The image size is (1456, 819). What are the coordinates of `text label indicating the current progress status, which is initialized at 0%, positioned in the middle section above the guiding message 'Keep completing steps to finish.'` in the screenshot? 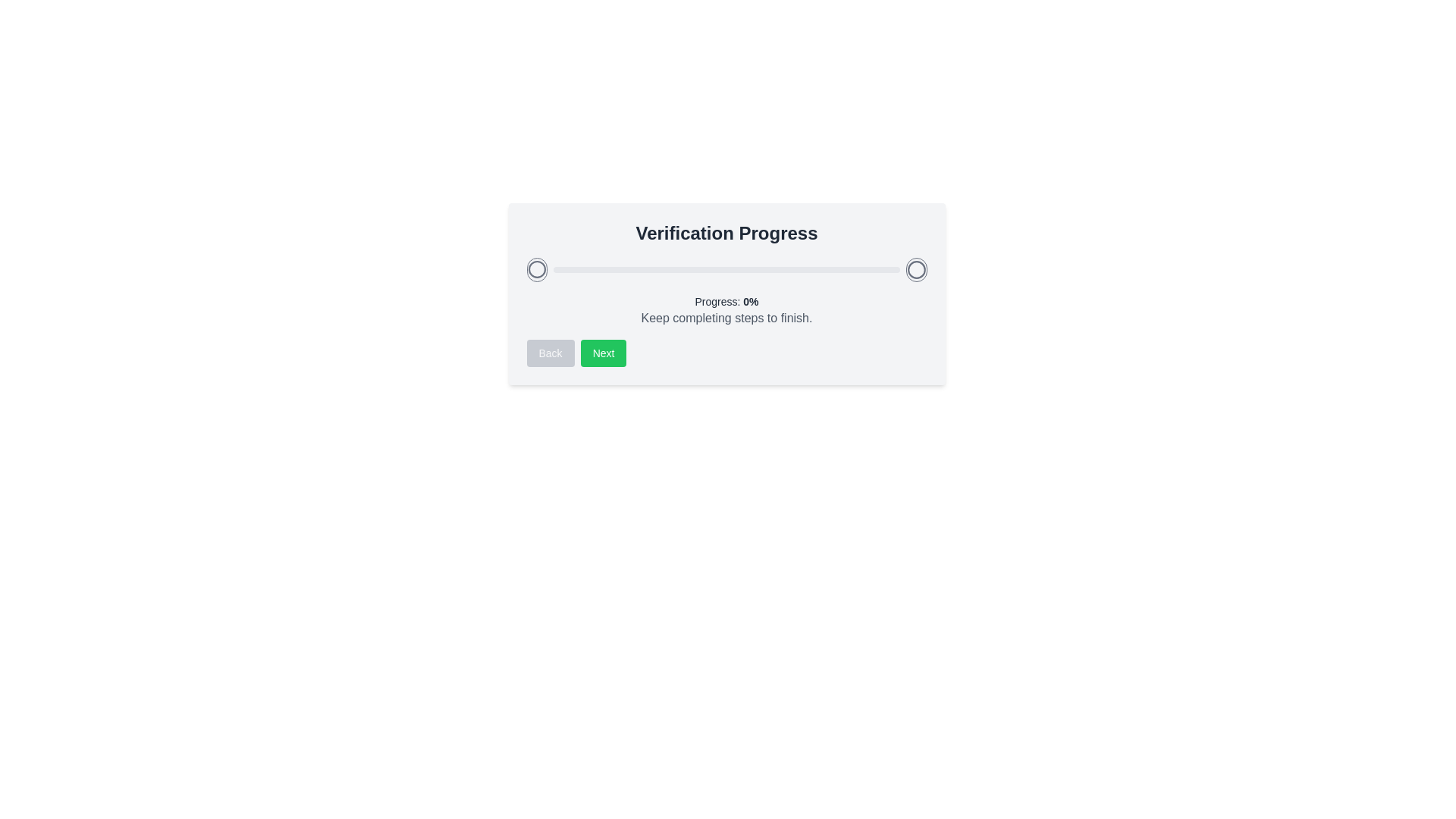 It's located at (726, 301).